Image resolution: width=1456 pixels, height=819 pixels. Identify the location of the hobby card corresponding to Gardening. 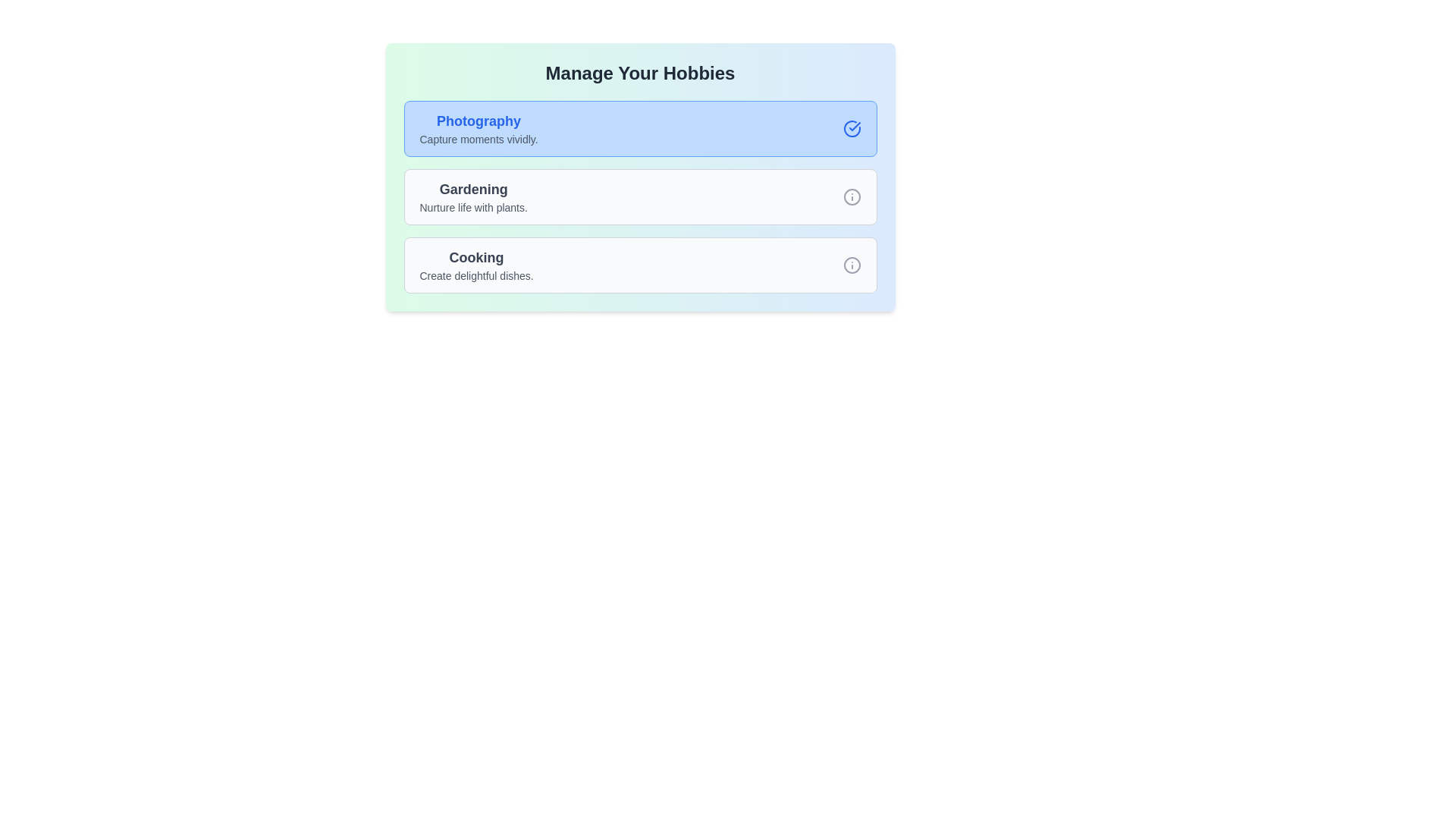
(640, 196).